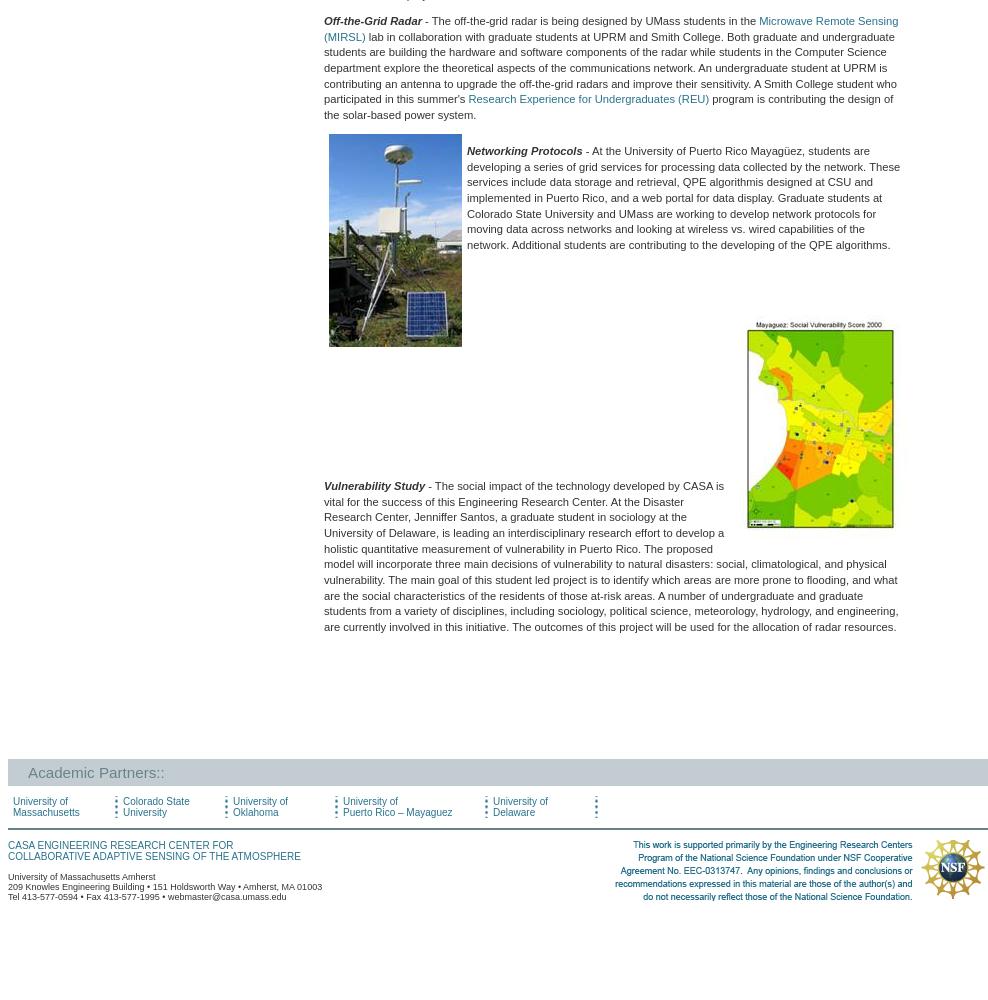 This screenshot has height=1000, width=988. What do you see at coordinates (146, 896) in the screenshot?
I see `'Tel 413-577-0594  •  Fax 413-577-1995  •  webmaster@casa.umass.edu'` at bounding box center [146, 896].